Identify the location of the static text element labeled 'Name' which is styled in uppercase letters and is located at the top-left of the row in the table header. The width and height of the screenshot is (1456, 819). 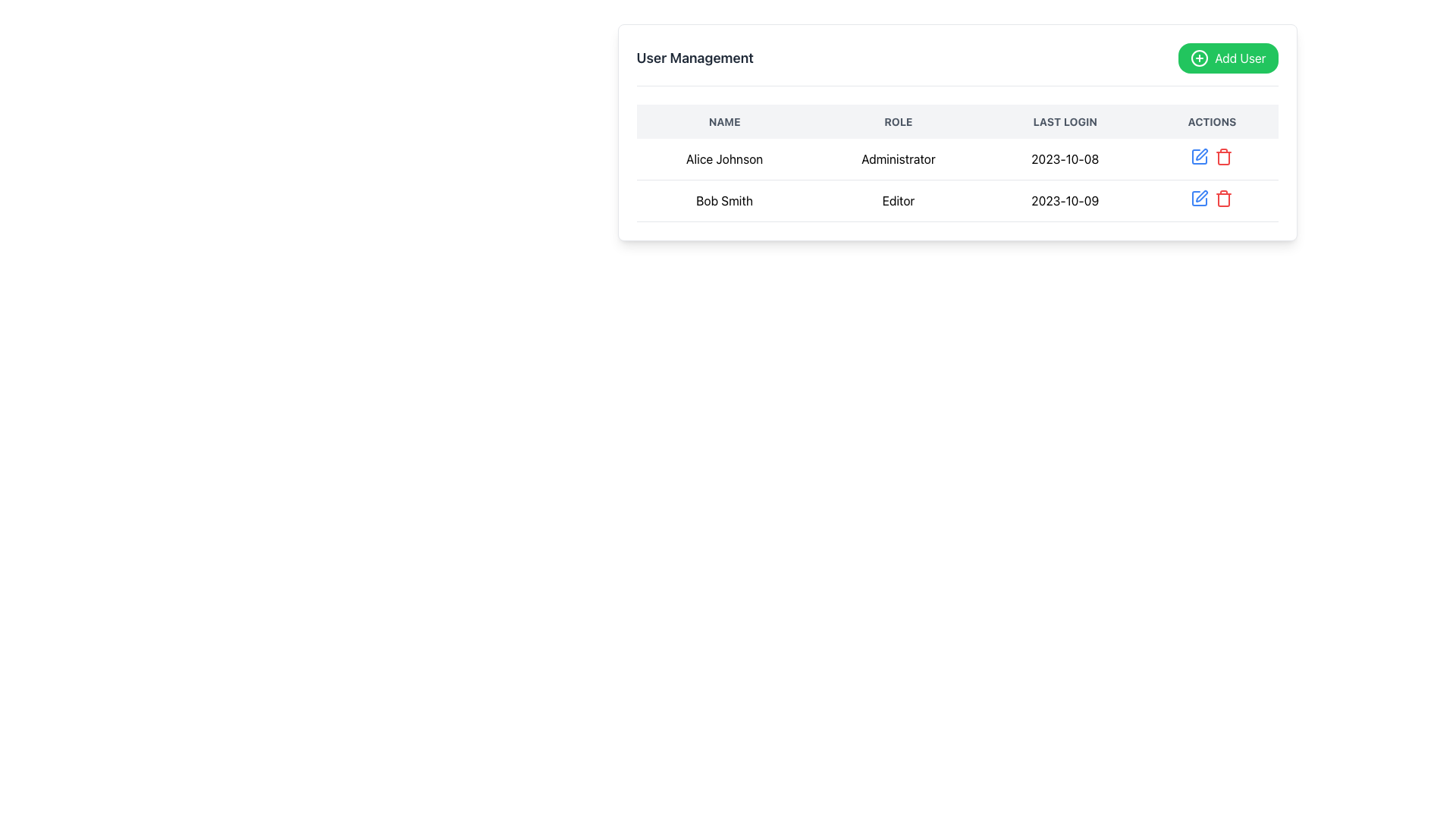
(723, 121).